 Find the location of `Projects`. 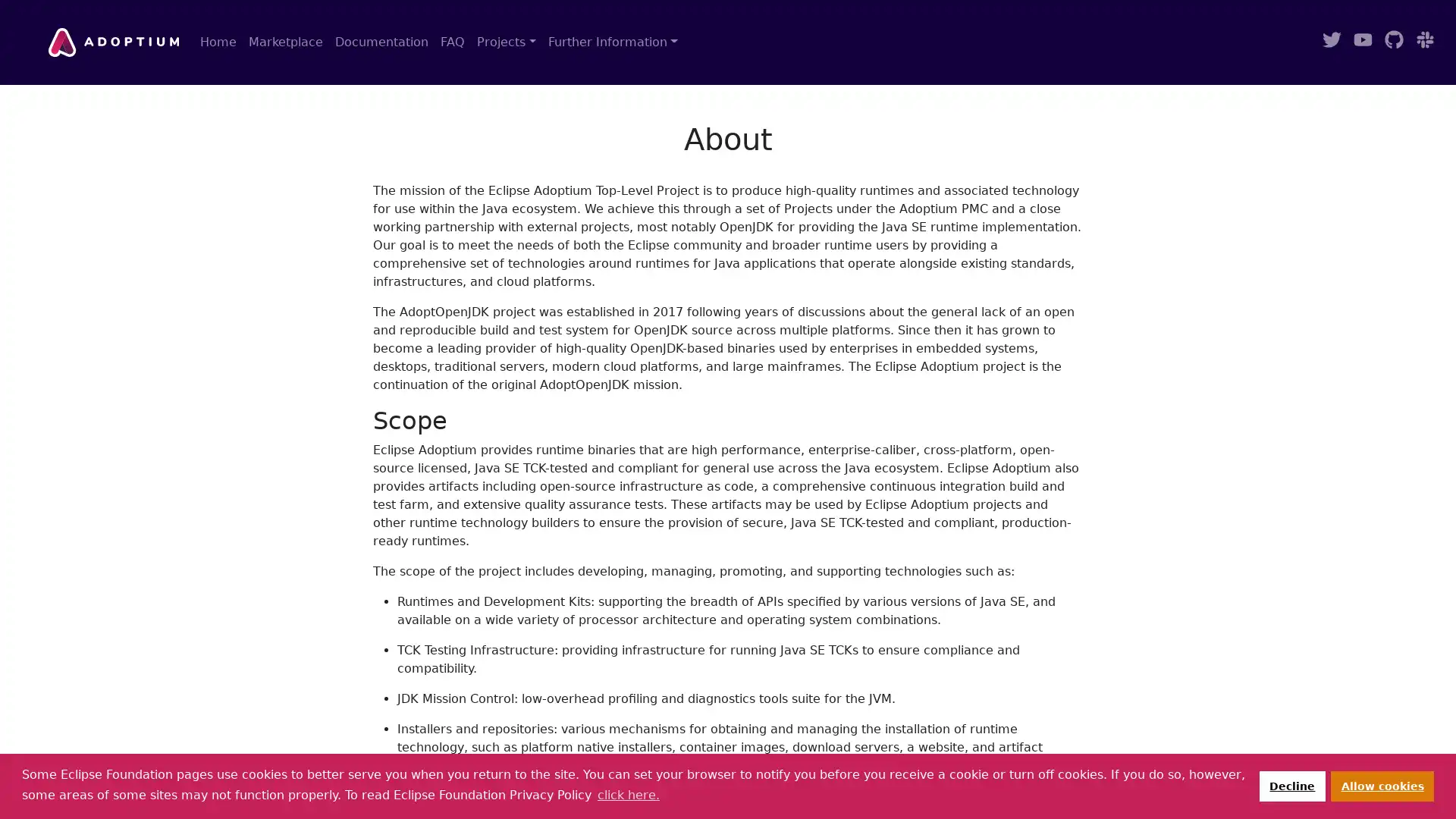

Projects is located at coordinates (506, 42).